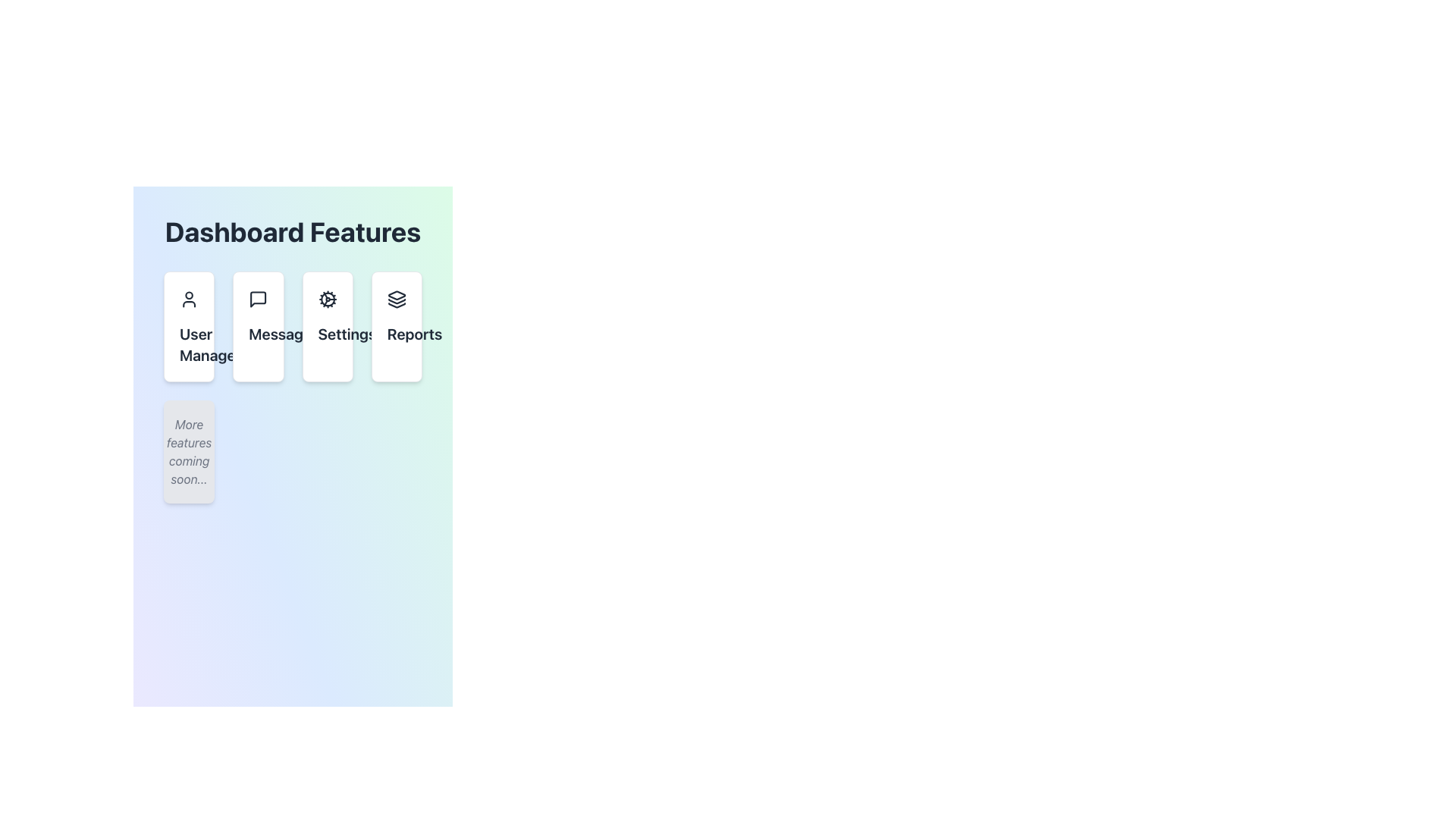 Image resolution: width=1456 pixels, height=819 pixels. I want to click on text label 'User Management' which is styled in bold and located in the first card under the 'Dashboard Features' heading, so click(188, 345).